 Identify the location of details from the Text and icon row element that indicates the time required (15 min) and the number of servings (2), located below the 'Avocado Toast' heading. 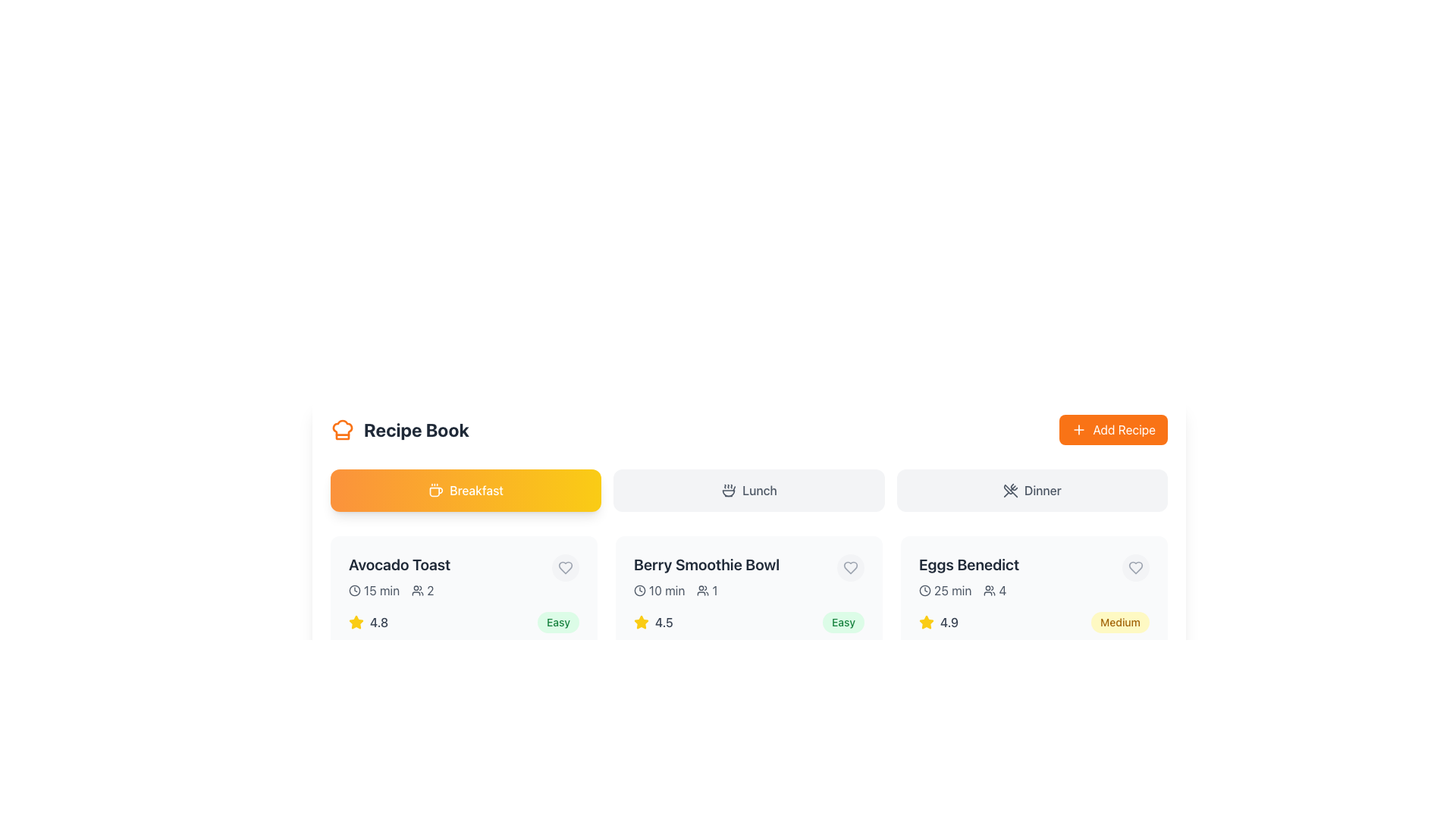
(400, 590).